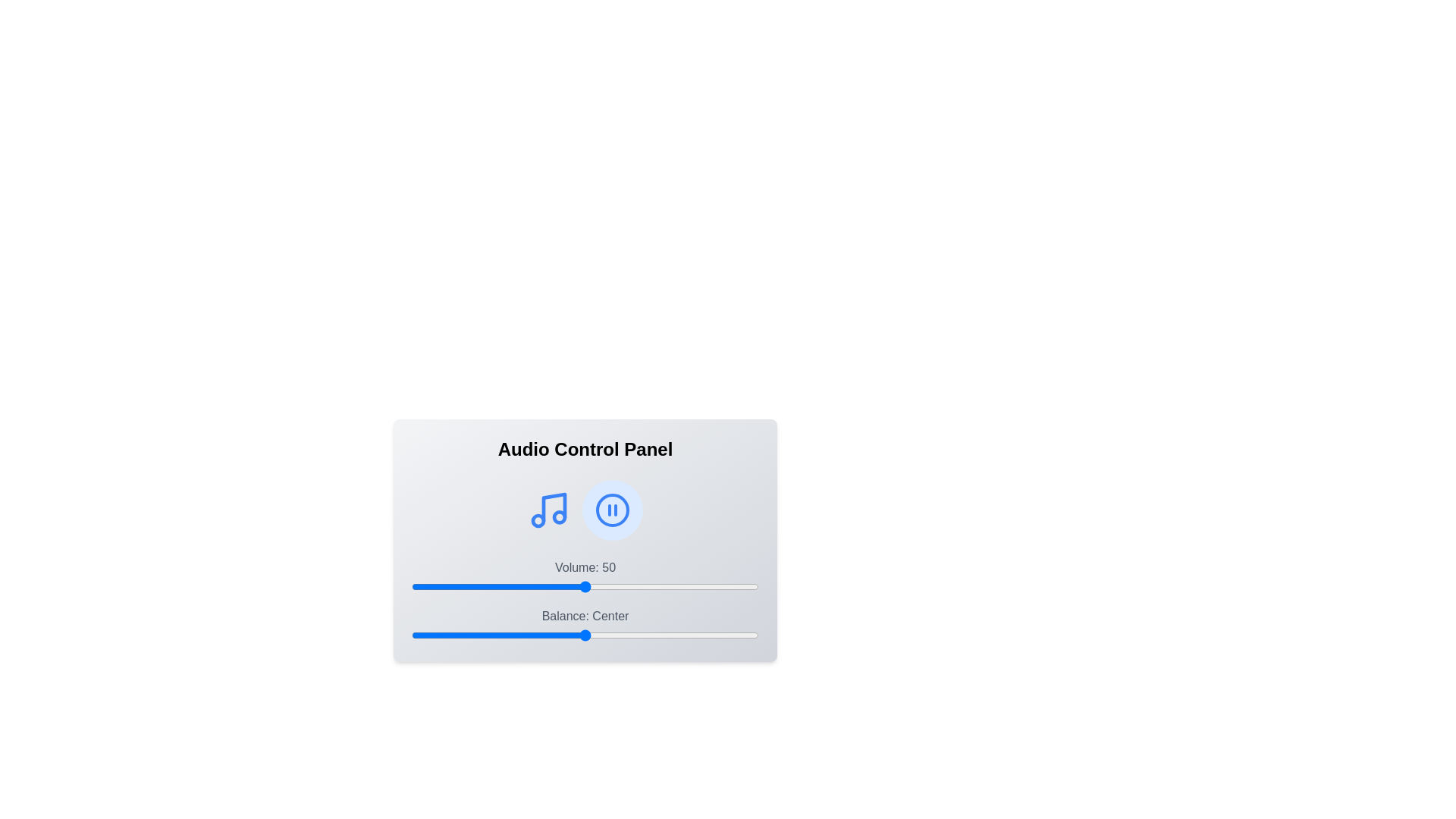 This screenshot has height=819, width=1456. What do you see at coordinates (452, 635) in the screenshot?
I see `the balance` at bounding box center [452, 635].